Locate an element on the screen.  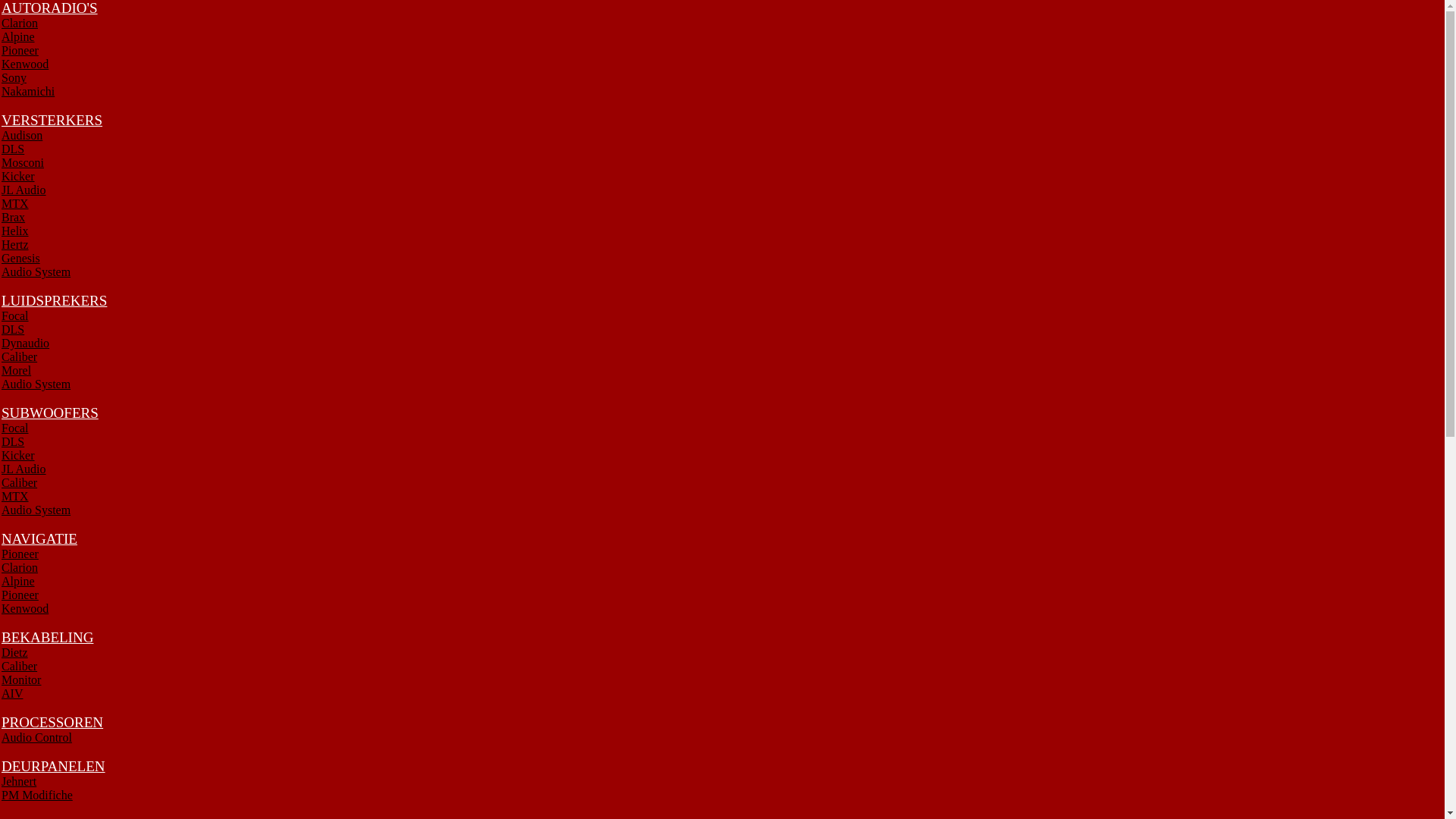
'Monitor' is located at coordinates (1, 679).